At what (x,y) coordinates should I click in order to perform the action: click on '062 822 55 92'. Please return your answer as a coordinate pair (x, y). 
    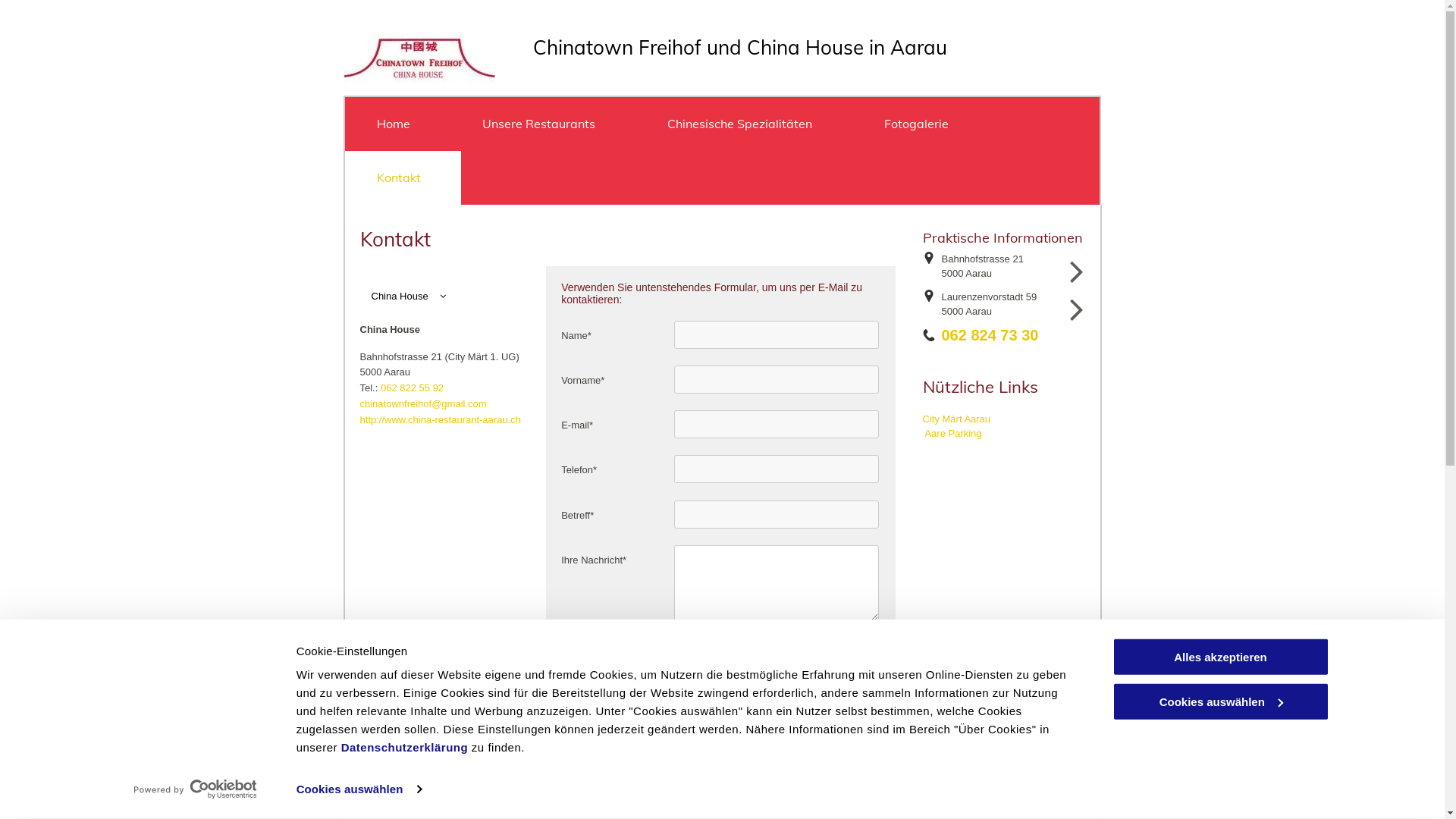
    Looking at the image, I should click on (412, 387).